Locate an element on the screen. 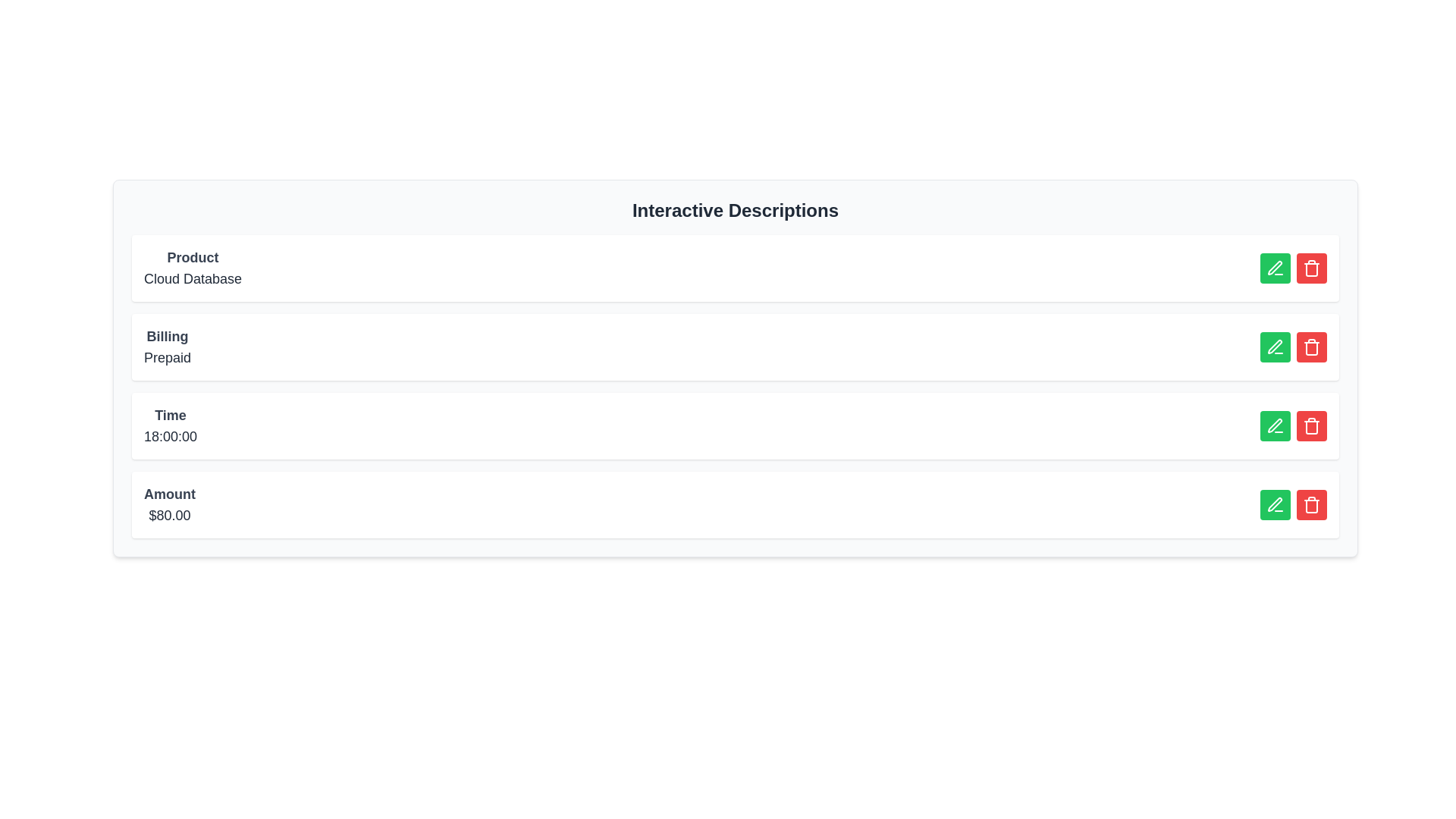 This screenshot has width=1456, height=819. the edit button located on the right side of the 'Time' row is located at coordinates (1274, 426).